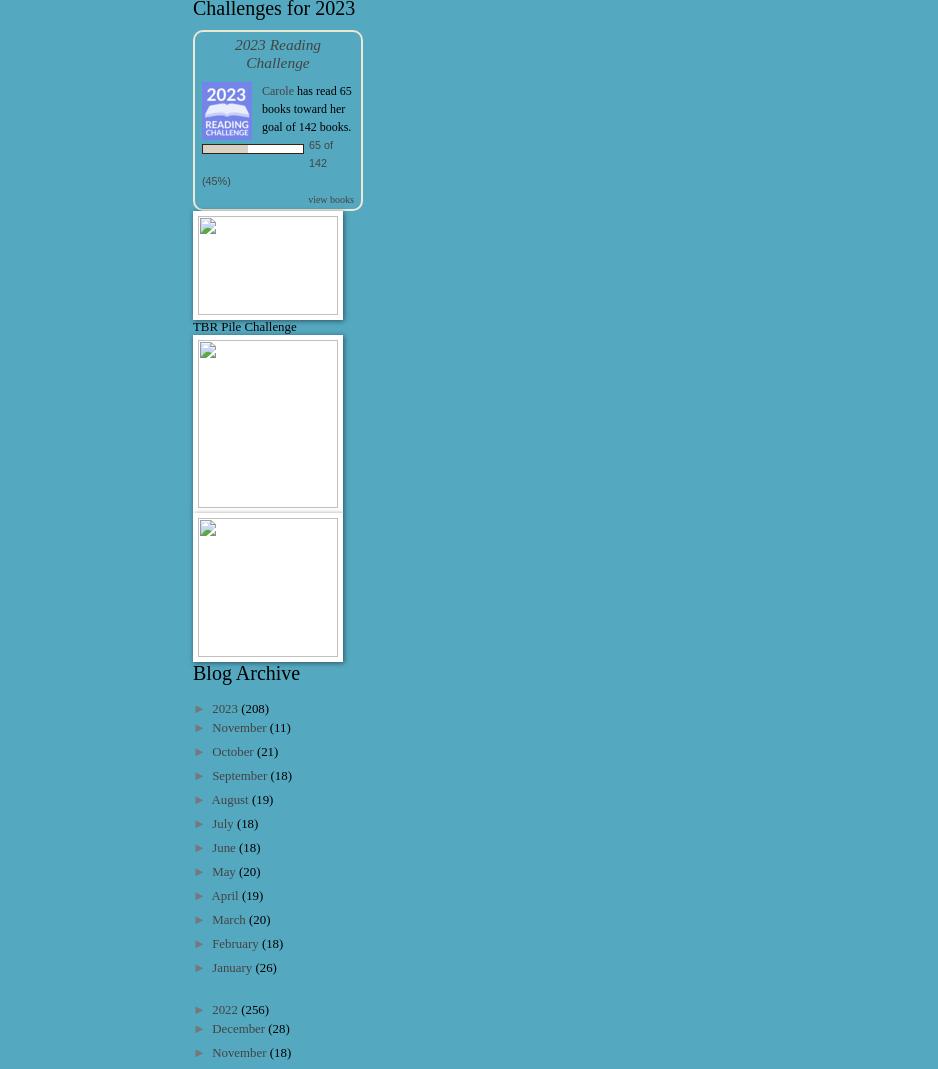  Describe the element at coordinates (211, 775) in the screenshot. I see `'September'` at that location.